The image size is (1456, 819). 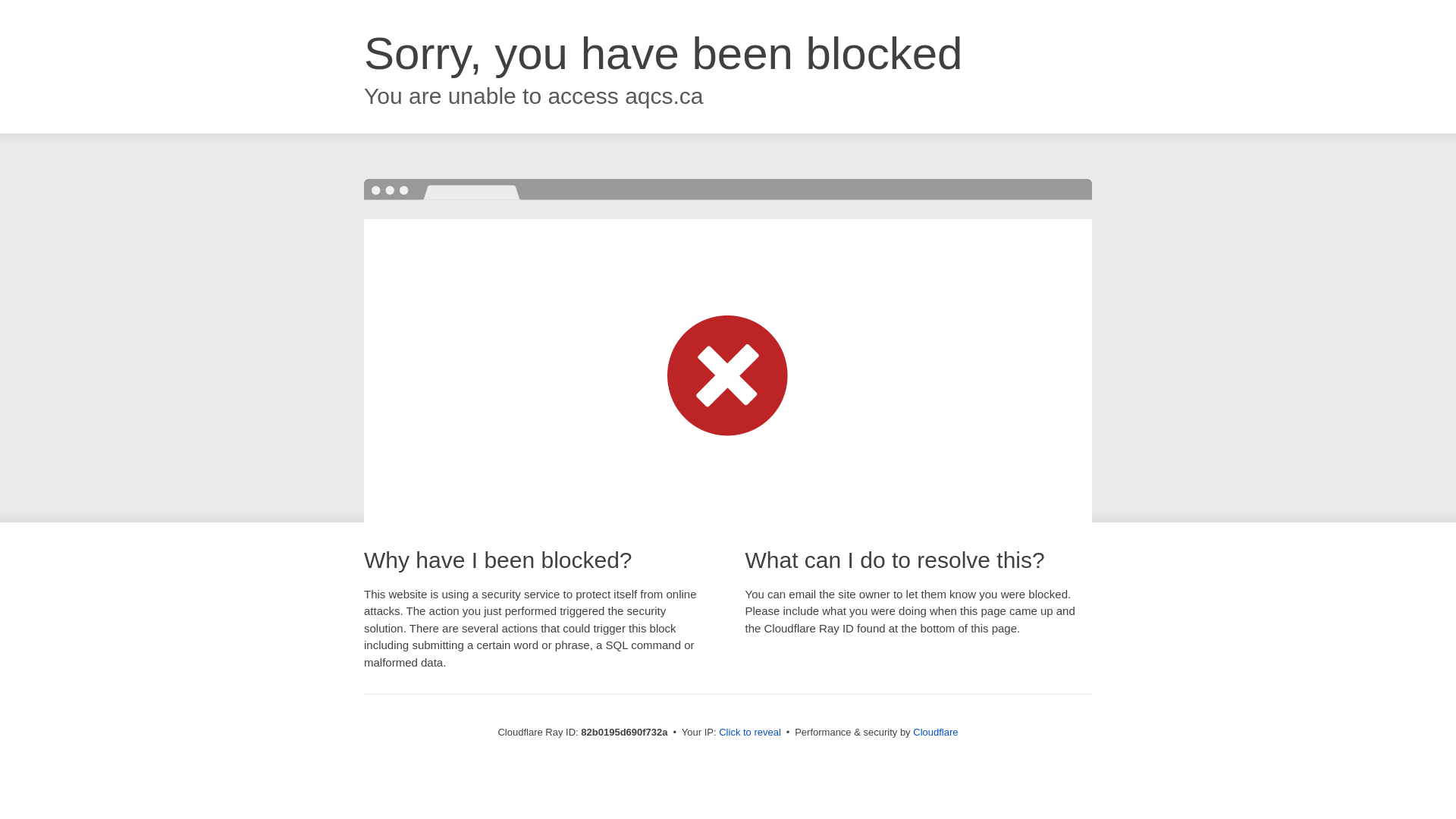 What do you see at coordinates (934, 731) in the screenshot?
I see `'Cloudflare'` at bounding box center [934, 731].